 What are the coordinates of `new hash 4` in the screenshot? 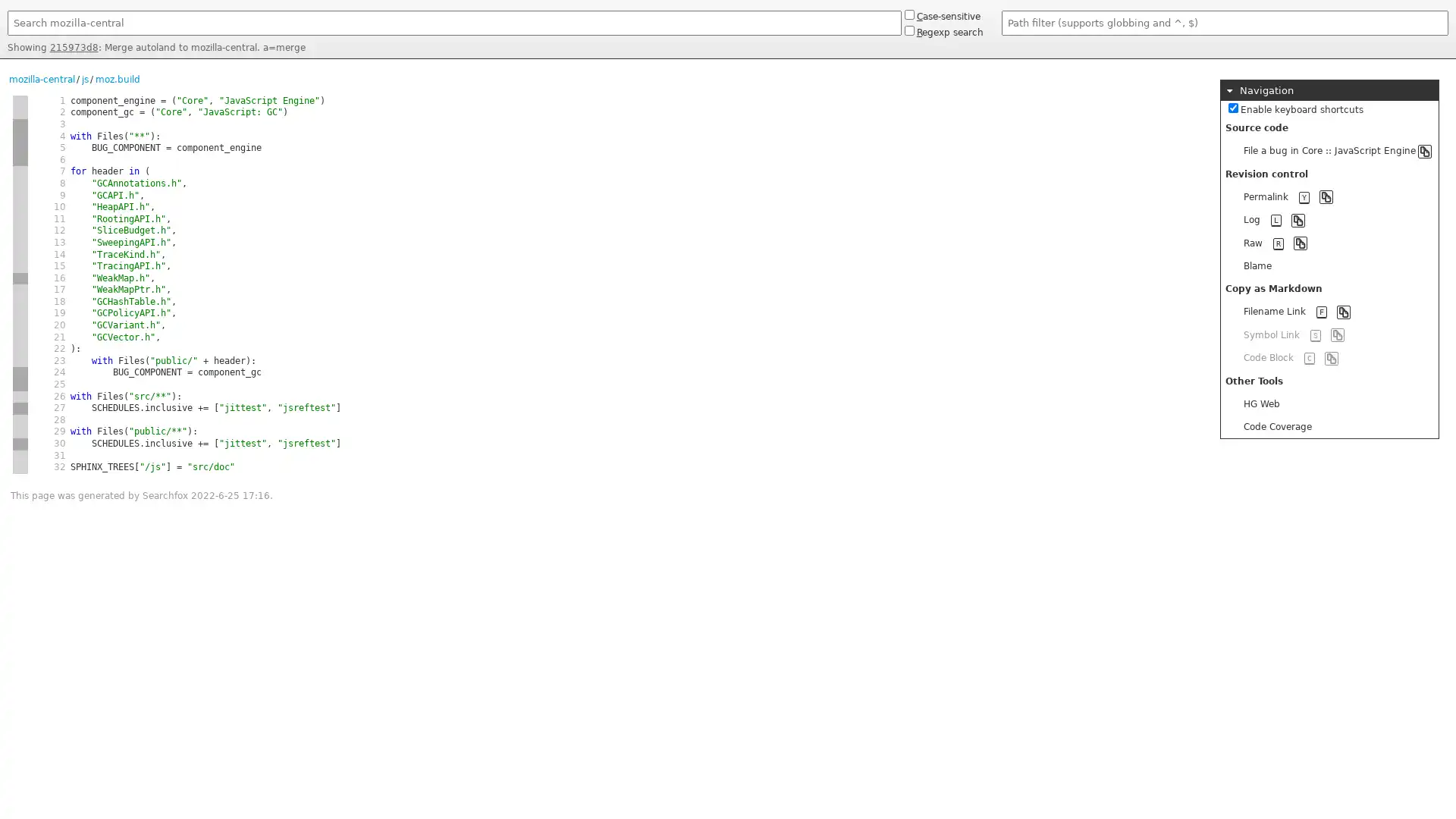 It's located at (20, 396).